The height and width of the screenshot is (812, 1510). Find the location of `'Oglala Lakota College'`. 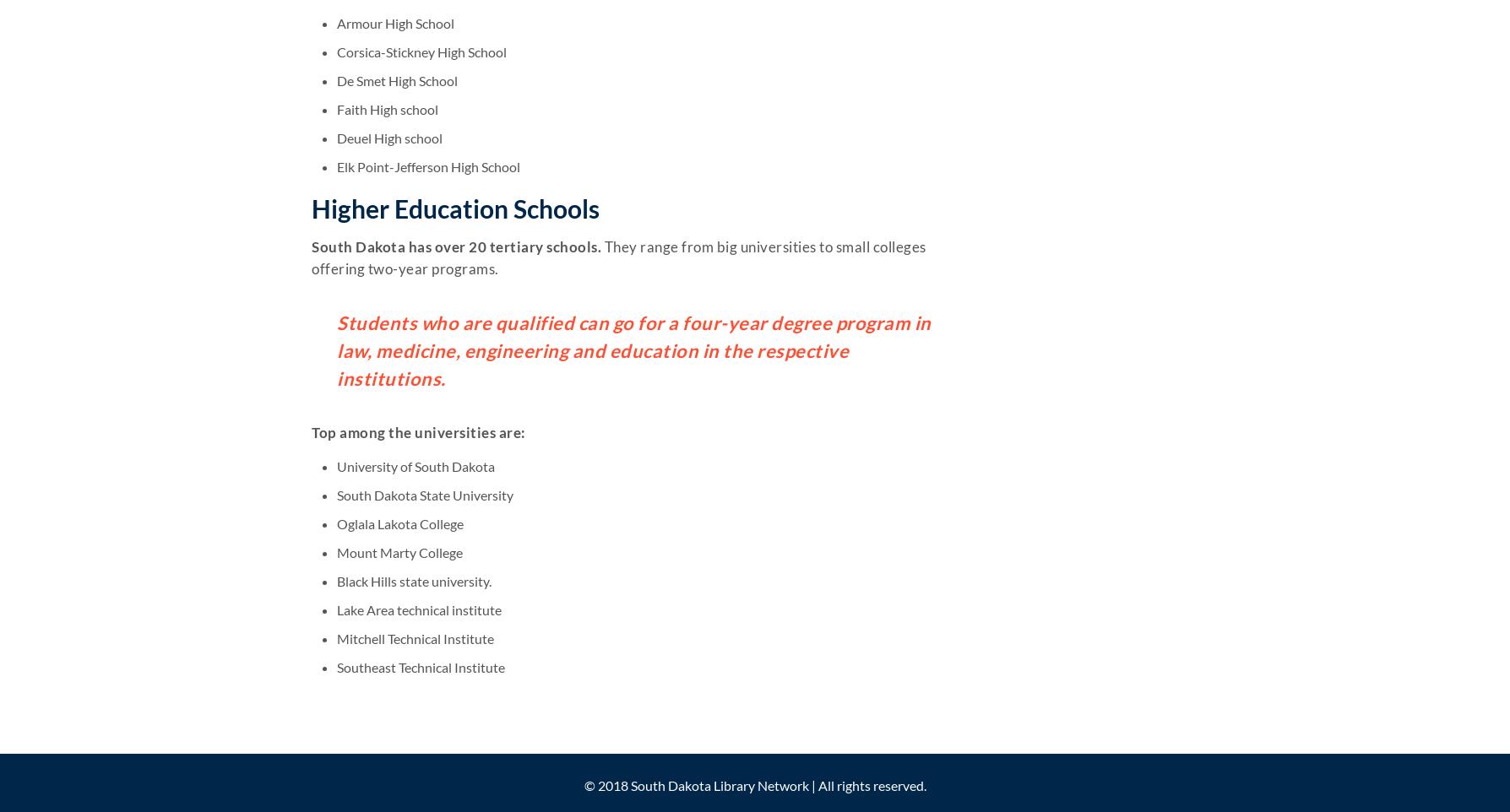

'Oglala Lakota College' is located at coordinates (399, 522).